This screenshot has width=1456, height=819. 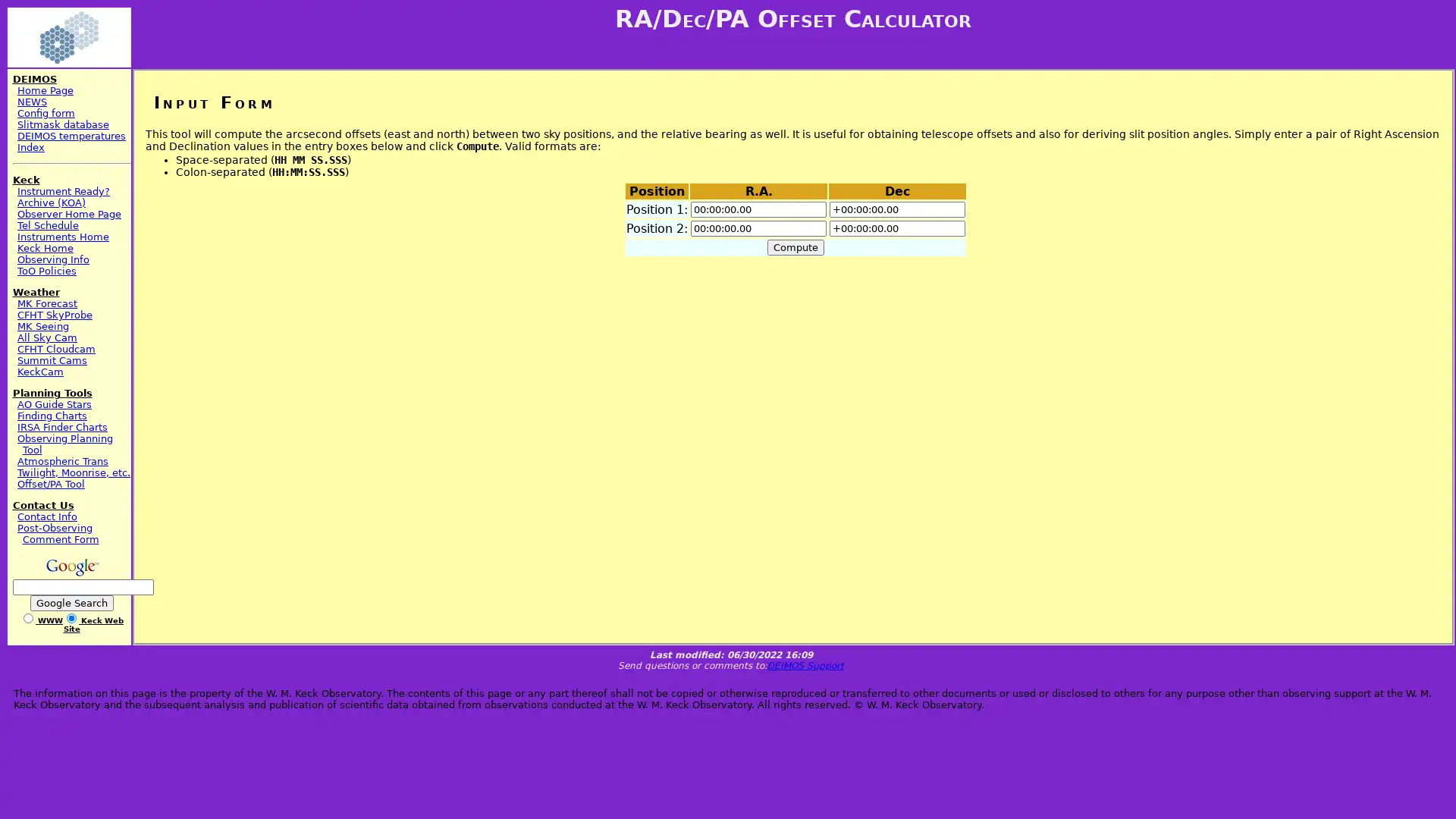 What do you see at coordinates (71, 602) in the screenshot?
I see `Google Search` at bounding box center [71, 602].